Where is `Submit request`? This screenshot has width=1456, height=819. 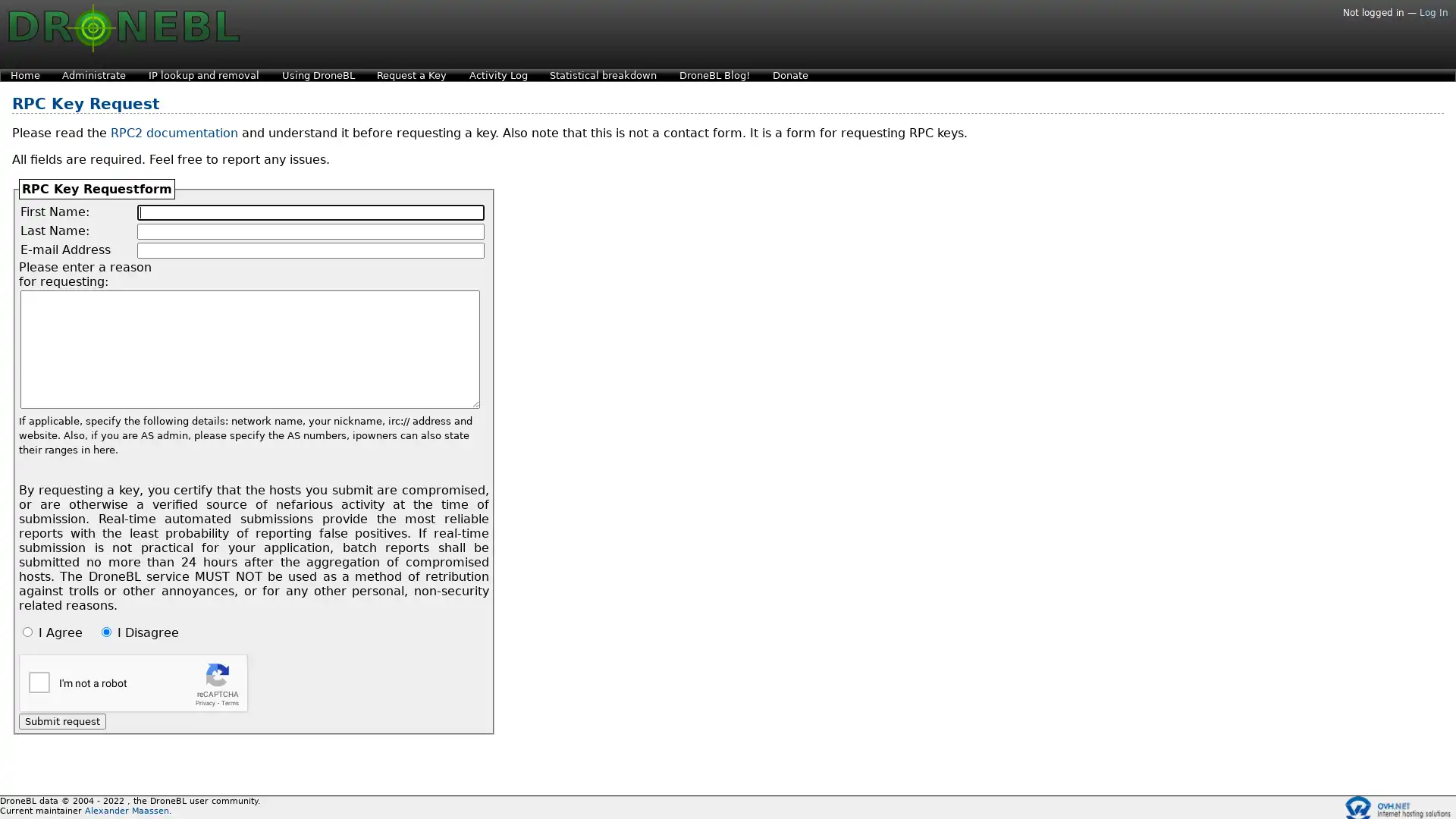 Submit request is located at coordinates (61, 720).